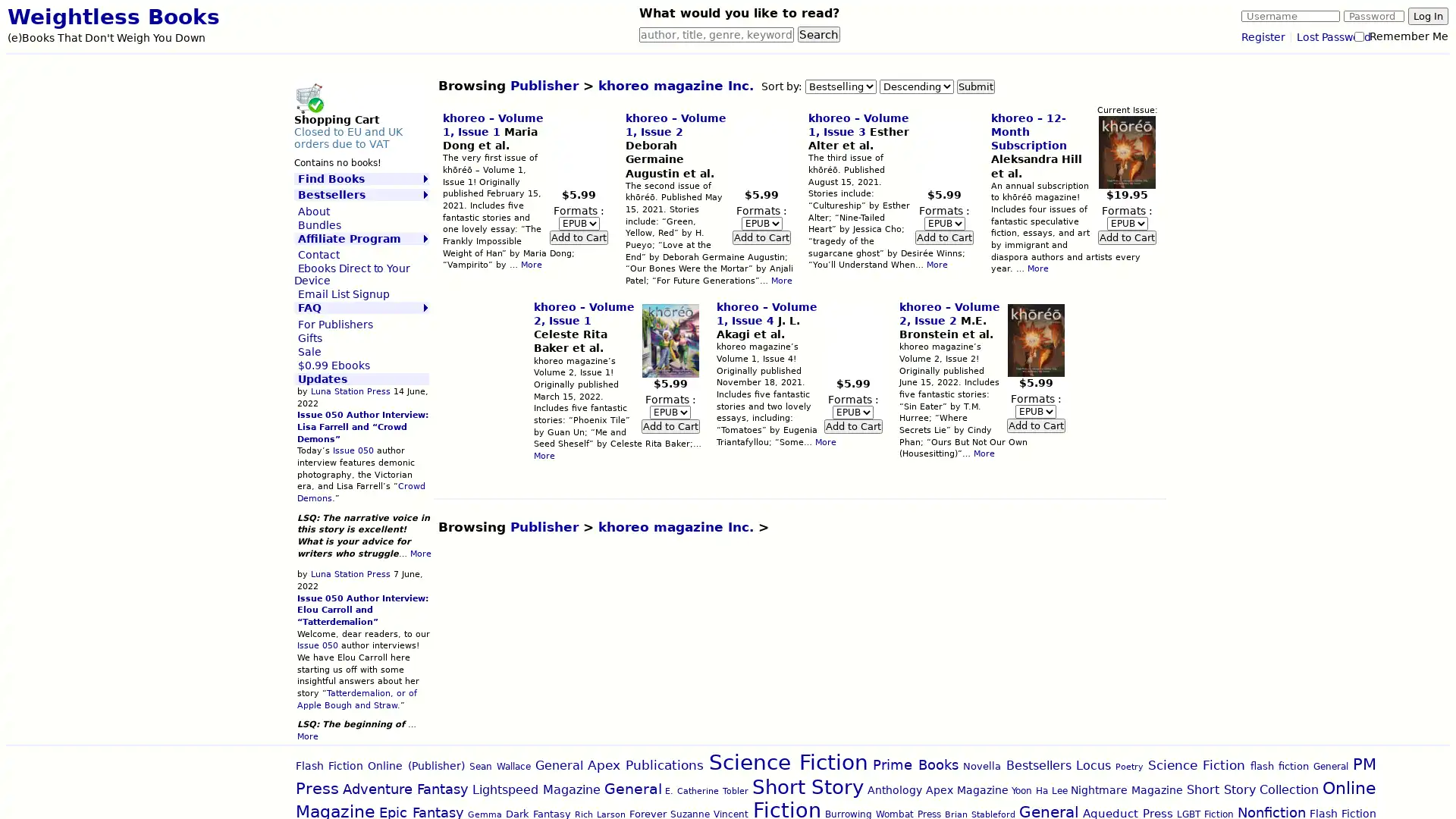 The height and width of the screenshot is (819, 1456). I want to click on Log In, so click(1427, 16).